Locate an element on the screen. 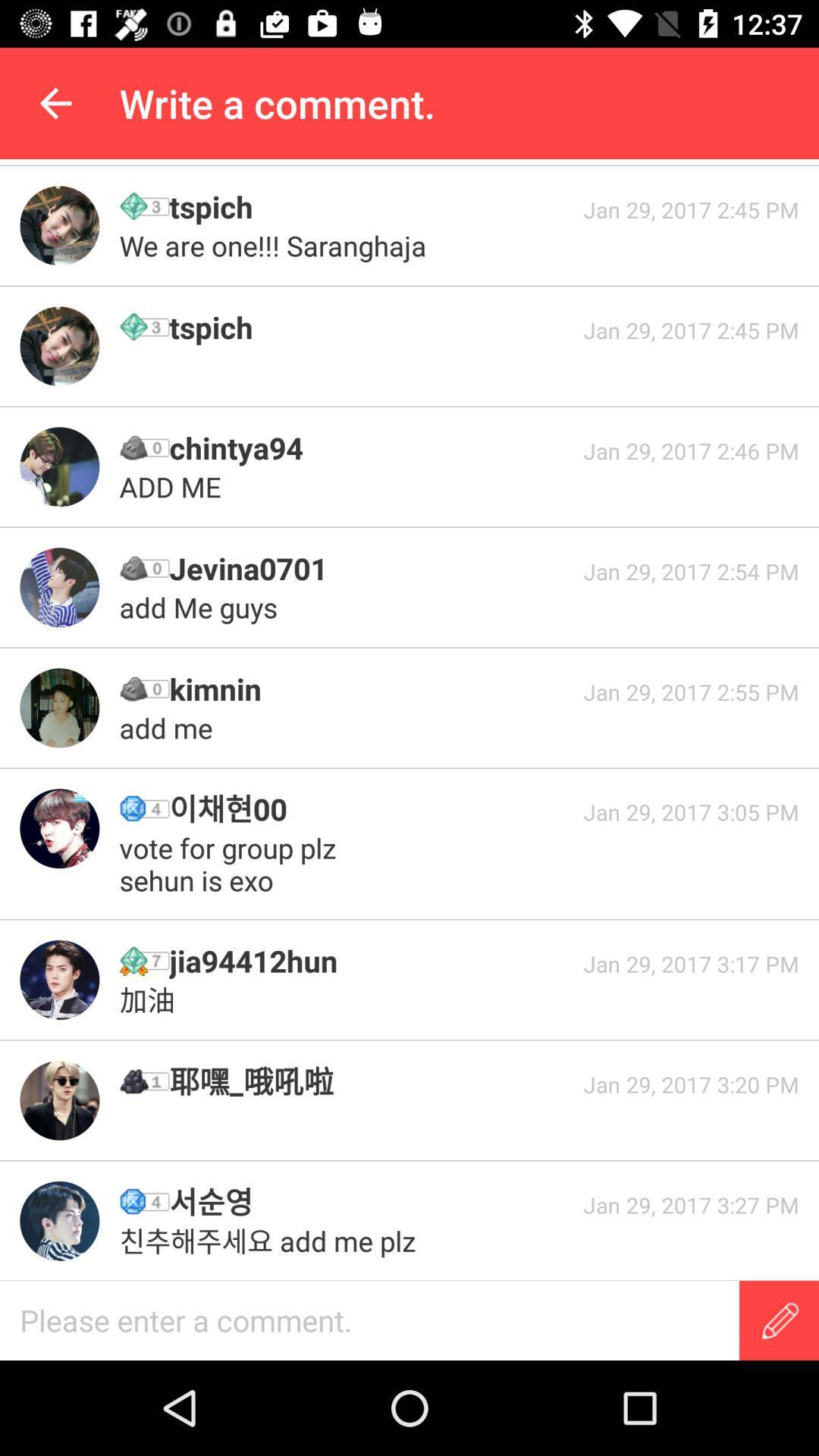 The width and height of the screenshot is (819, 1456). click profile photo is located at coordinates (58, 466).